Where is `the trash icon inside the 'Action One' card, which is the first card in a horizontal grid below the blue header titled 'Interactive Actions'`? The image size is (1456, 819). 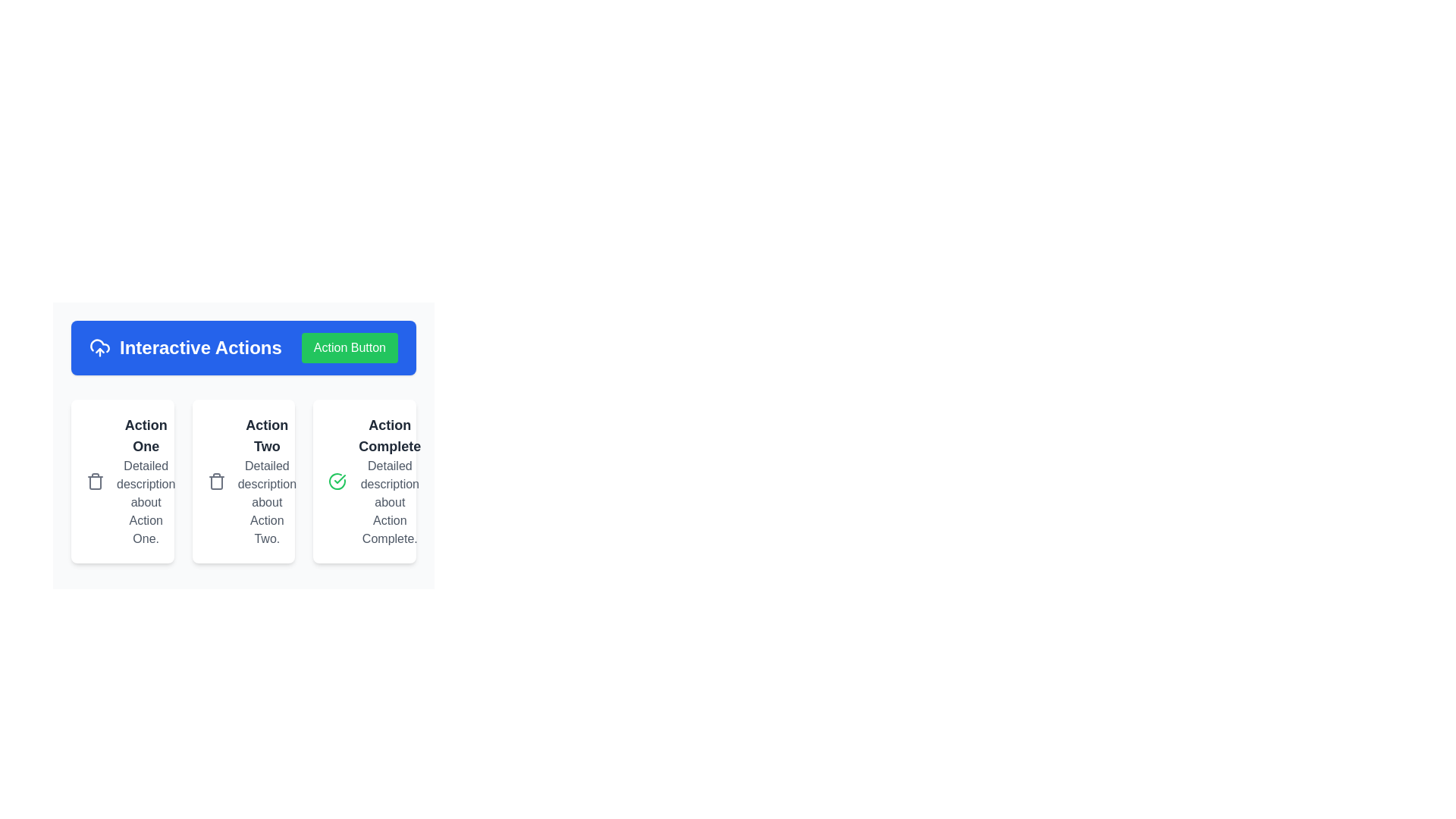 the trash icon inside the 'Action One' card, which is the first card in a horizontal grid below the blue header titled 'Interactive Actions' is located at coordinates (122, 482).